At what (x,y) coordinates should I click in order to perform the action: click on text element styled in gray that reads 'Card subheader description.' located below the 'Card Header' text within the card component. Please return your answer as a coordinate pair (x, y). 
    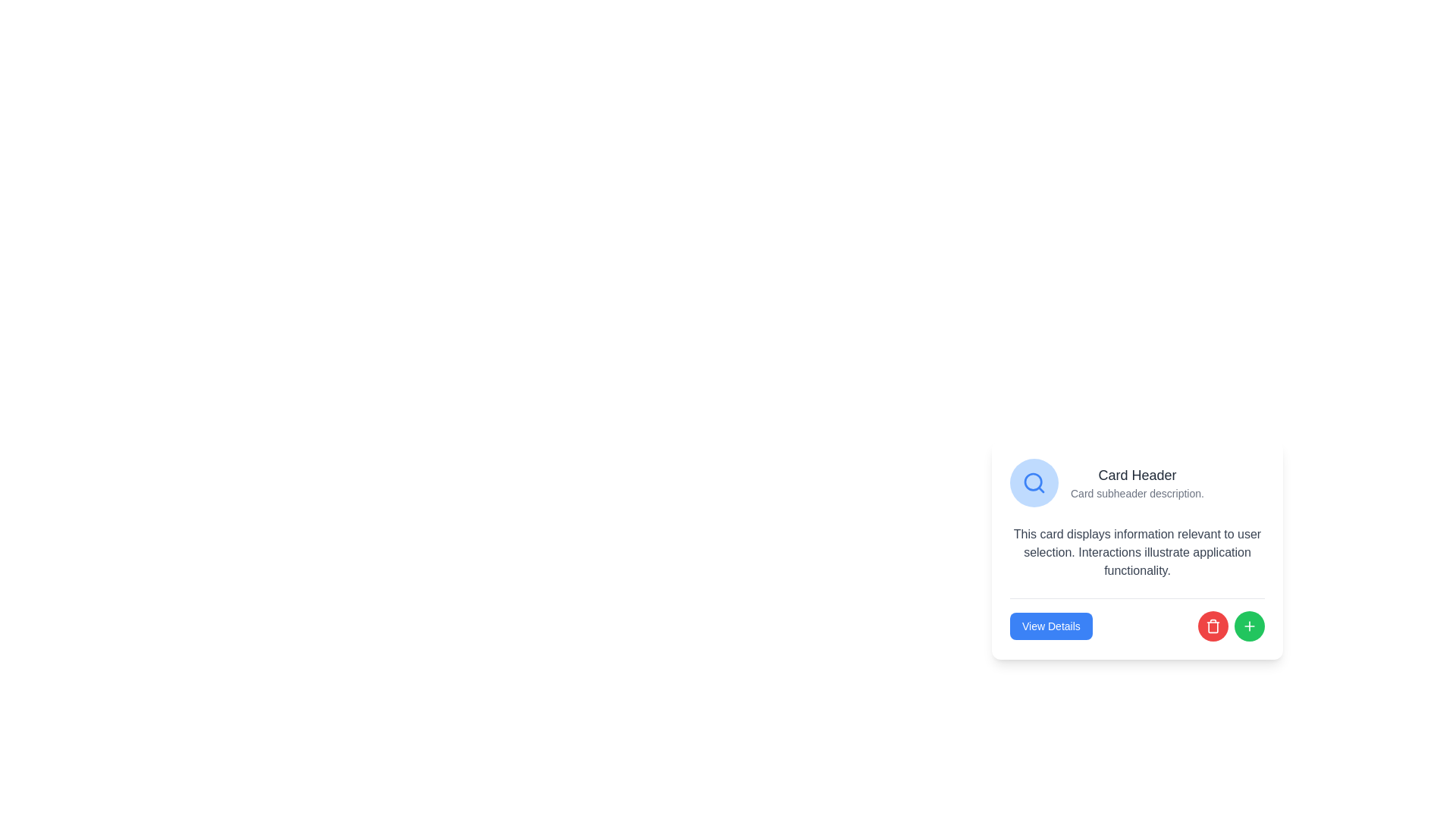
    Looking at the image, I should click on (1137, 494).